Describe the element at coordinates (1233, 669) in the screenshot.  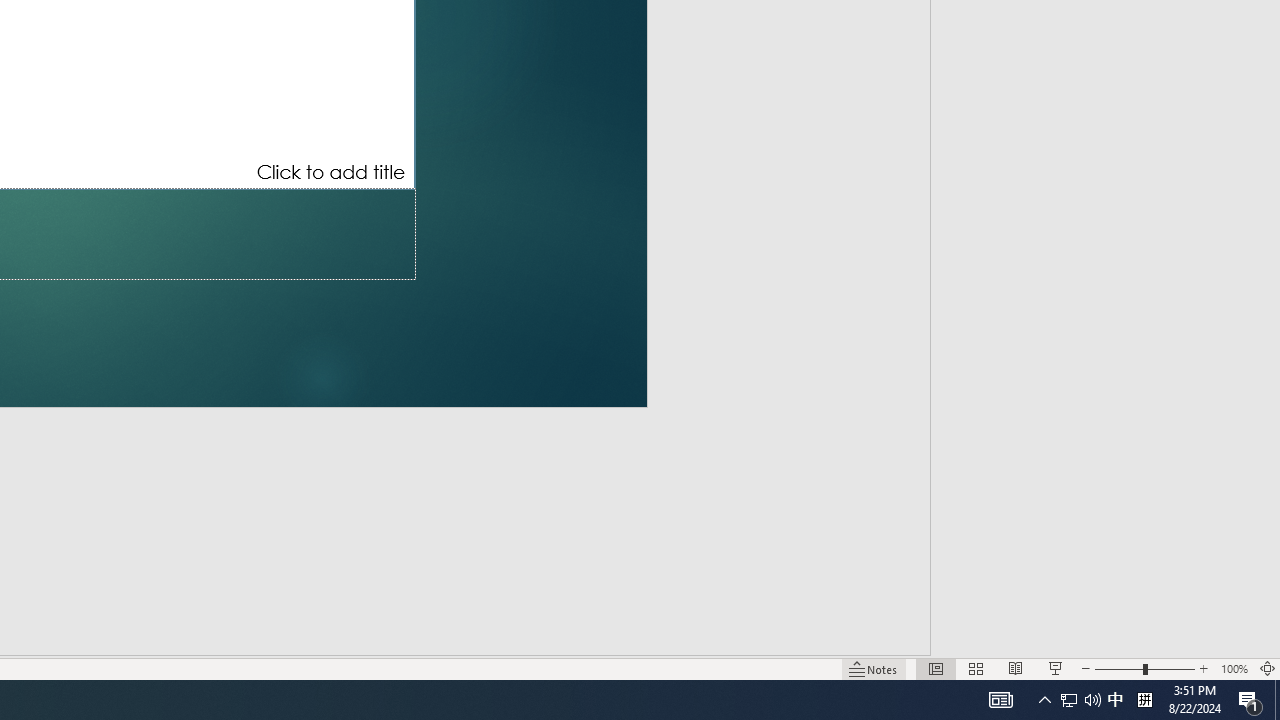
I see `'Zoom 100%'` at that location.